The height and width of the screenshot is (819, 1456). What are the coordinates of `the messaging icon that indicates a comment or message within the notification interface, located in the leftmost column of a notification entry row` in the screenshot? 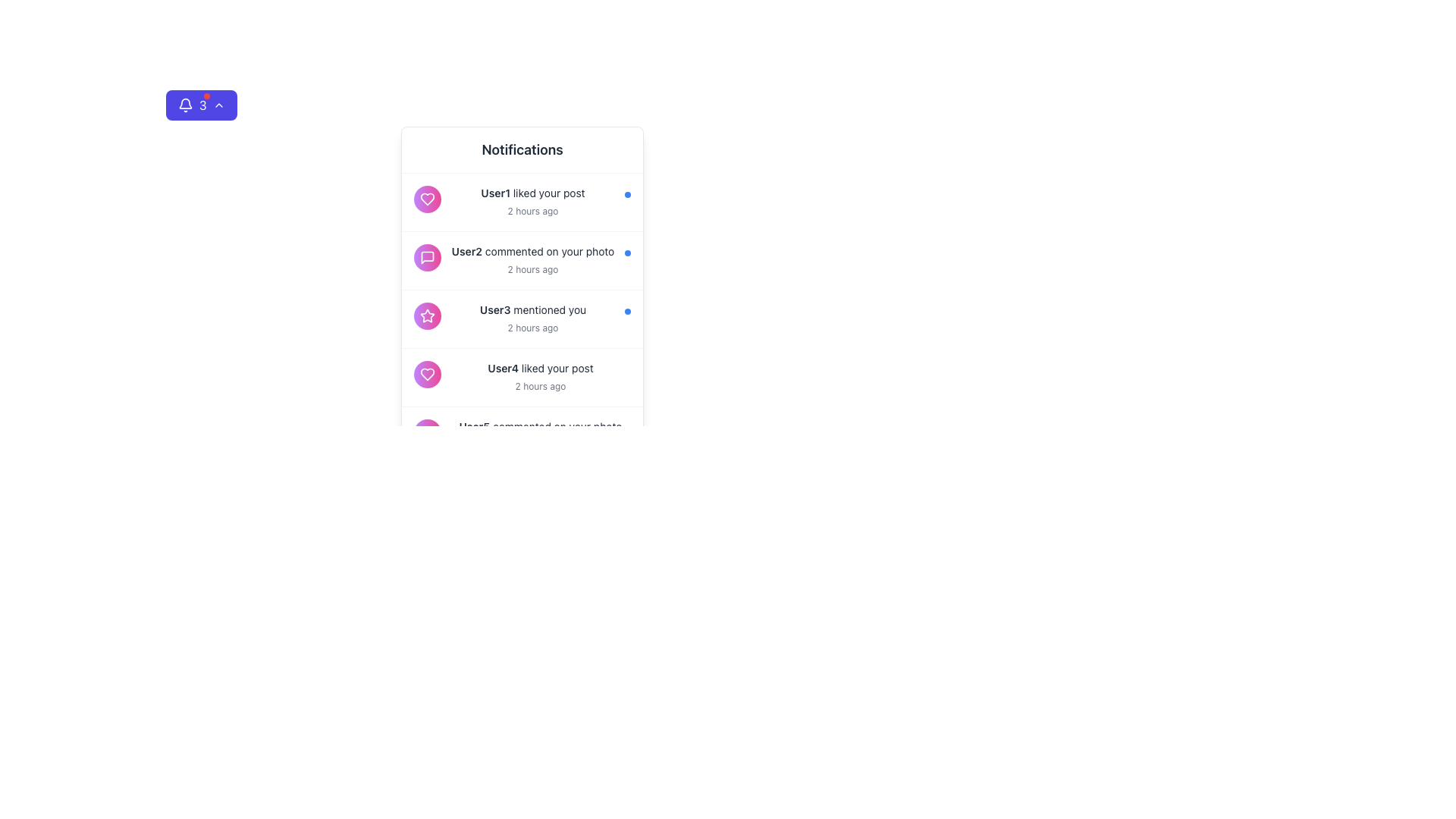 It's located at (427, 432).